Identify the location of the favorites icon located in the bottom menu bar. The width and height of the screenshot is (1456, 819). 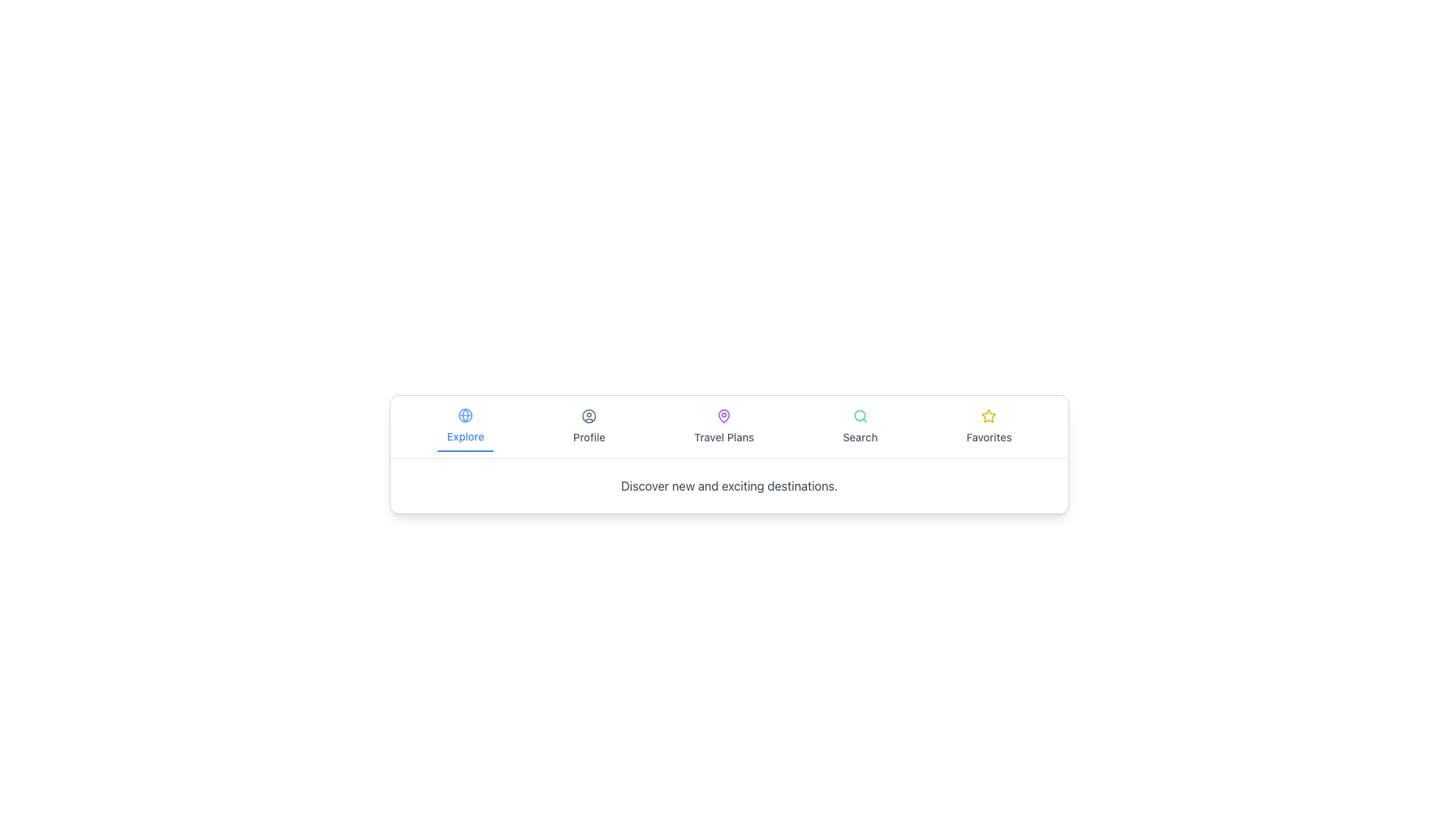
(989, 416).